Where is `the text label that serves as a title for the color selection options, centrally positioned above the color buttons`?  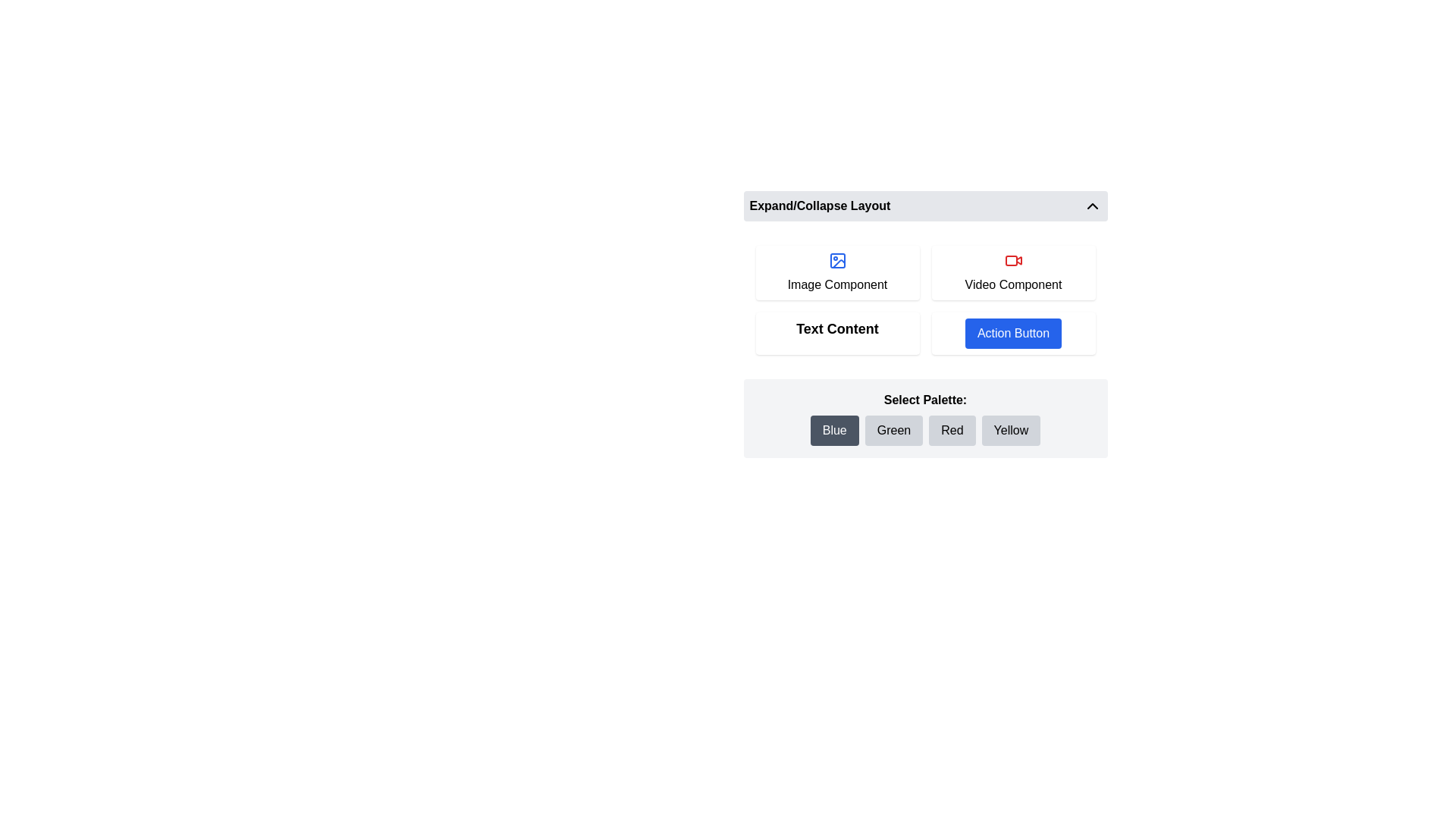
the text label that serves as a title for the color selection options, centrally positioned above the color buttons is located at coordinates (924, 400).